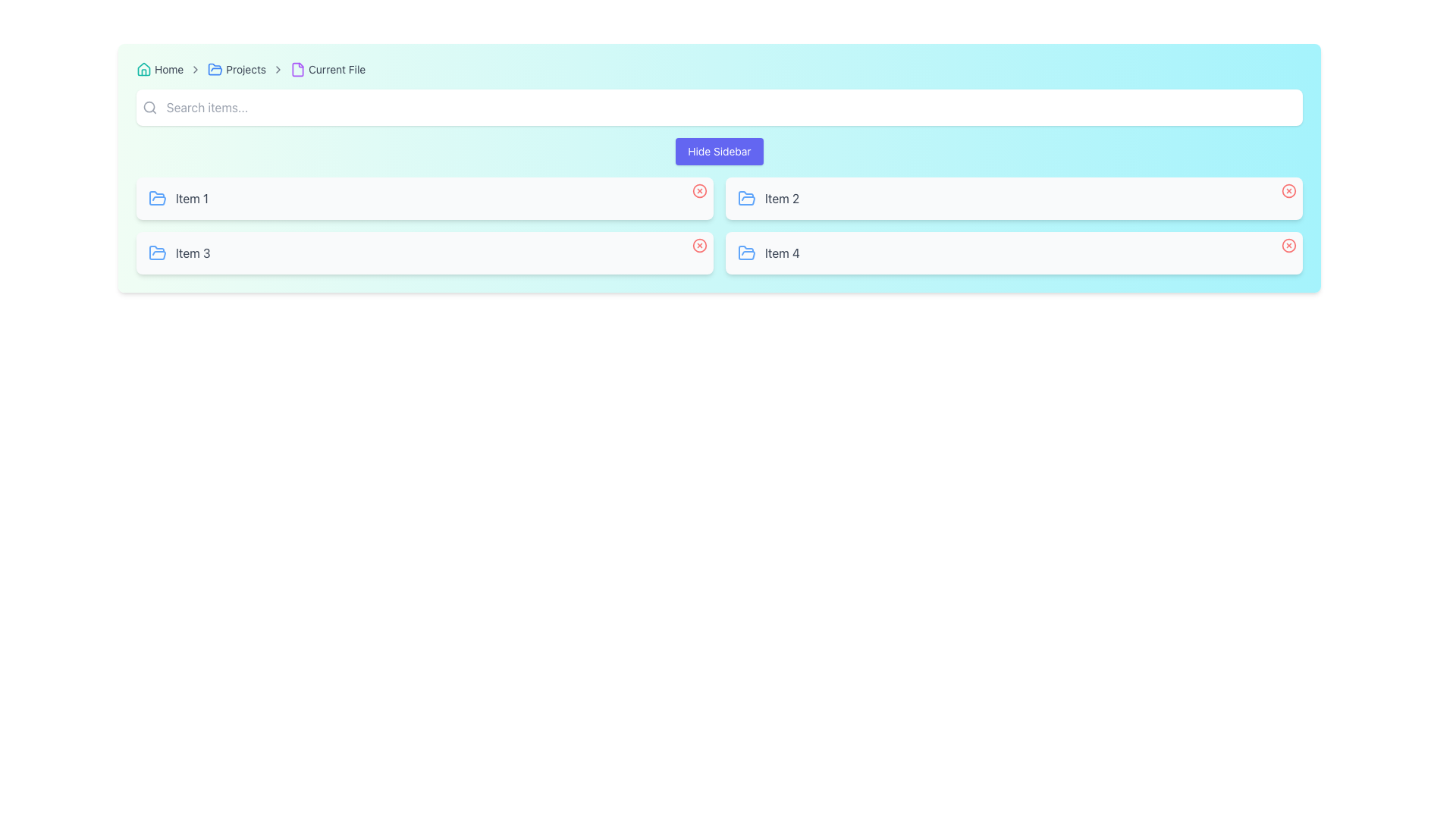  I want to click on the chevron-shaped icon pointing to the right in the breadcrumb navigation bar, located between the 'Home' and 'Projects' links, so click(195, 70).